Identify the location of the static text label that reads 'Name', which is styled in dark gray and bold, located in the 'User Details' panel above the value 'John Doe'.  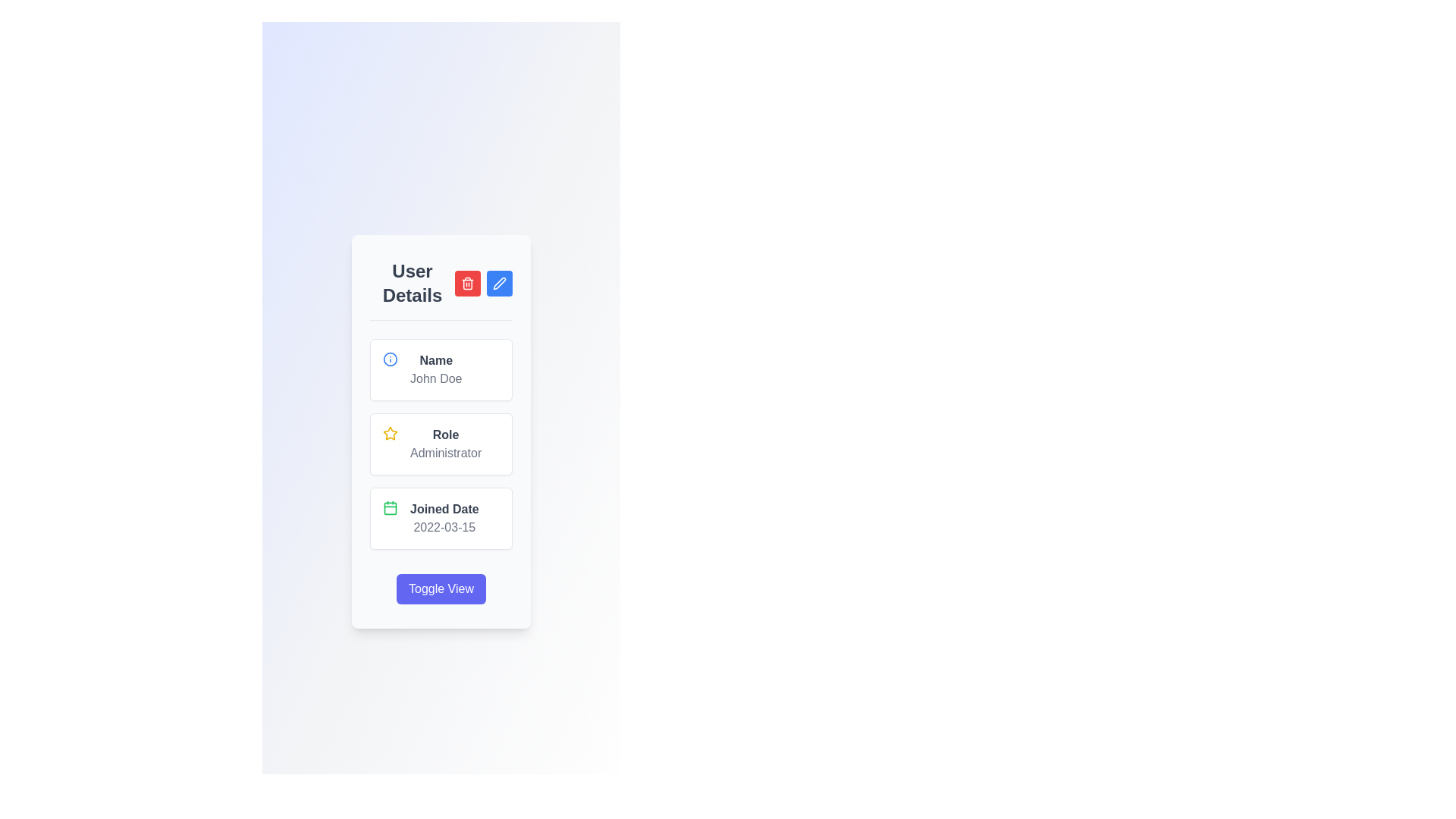
(435, 360).